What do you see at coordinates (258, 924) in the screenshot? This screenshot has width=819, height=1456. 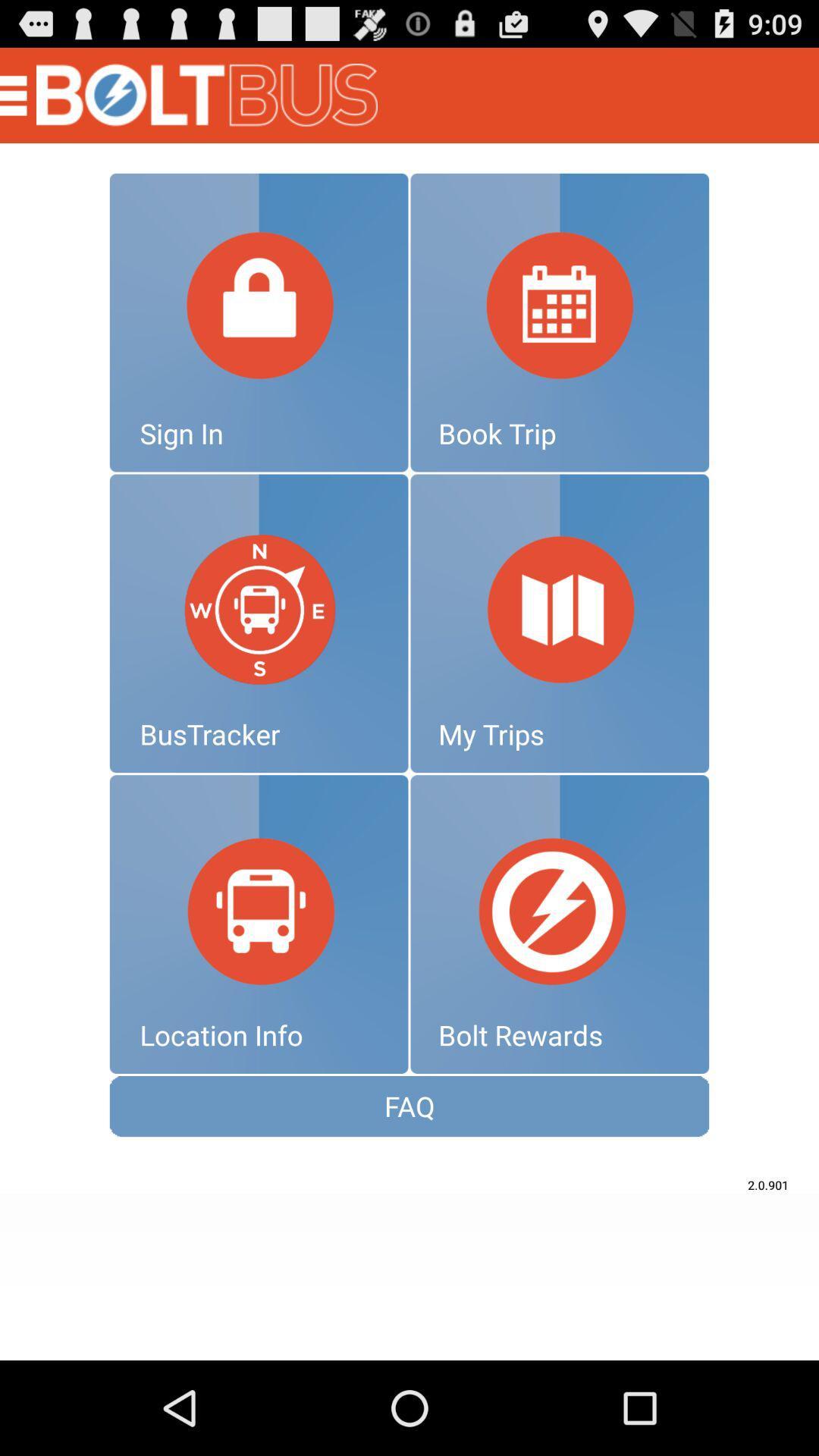 I see `the item above the faq icon` at bounding box center [258, 924].